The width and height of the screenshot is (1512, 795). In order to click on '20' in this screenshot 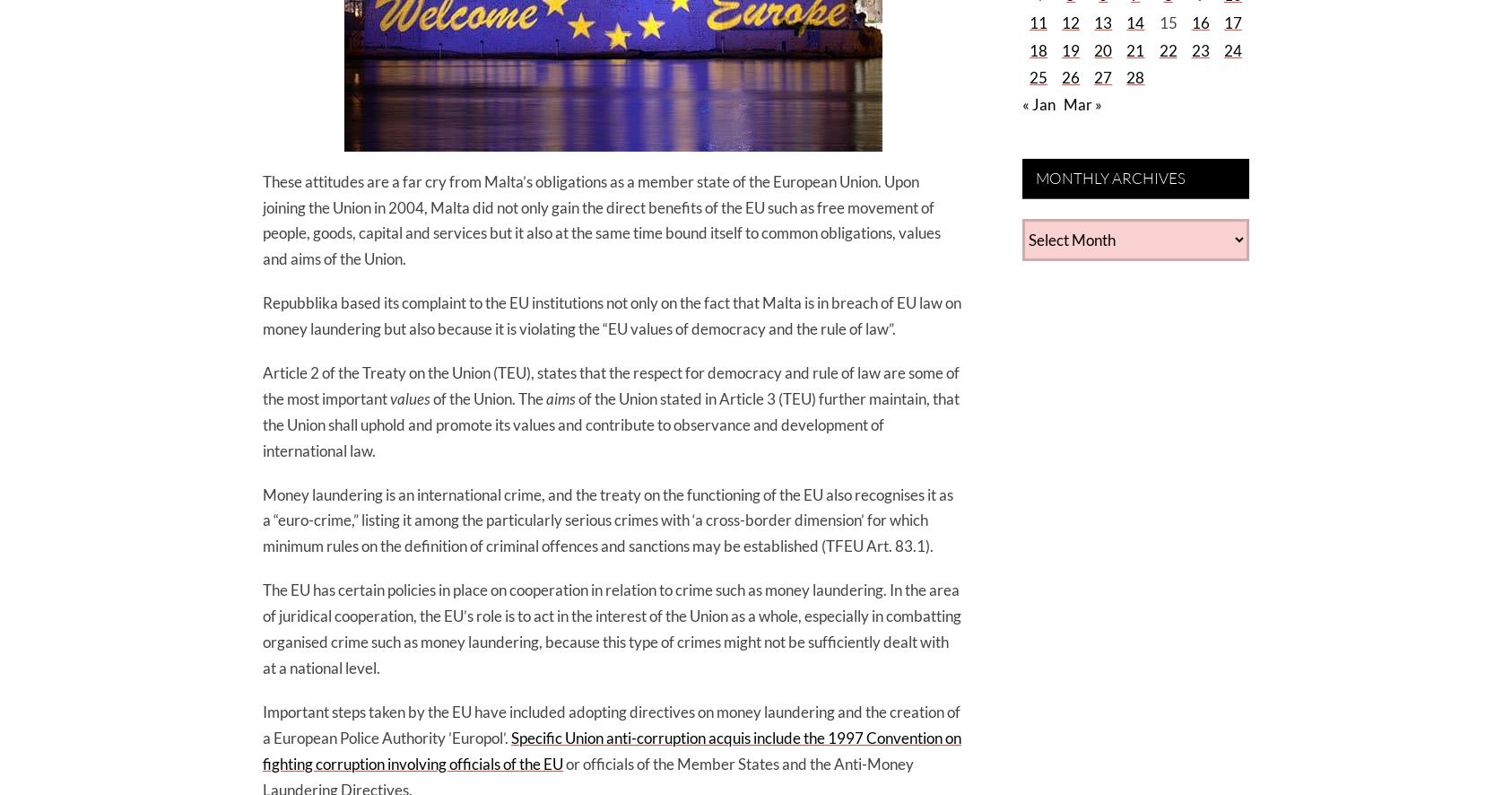, I will do `click(1101, 48)`.